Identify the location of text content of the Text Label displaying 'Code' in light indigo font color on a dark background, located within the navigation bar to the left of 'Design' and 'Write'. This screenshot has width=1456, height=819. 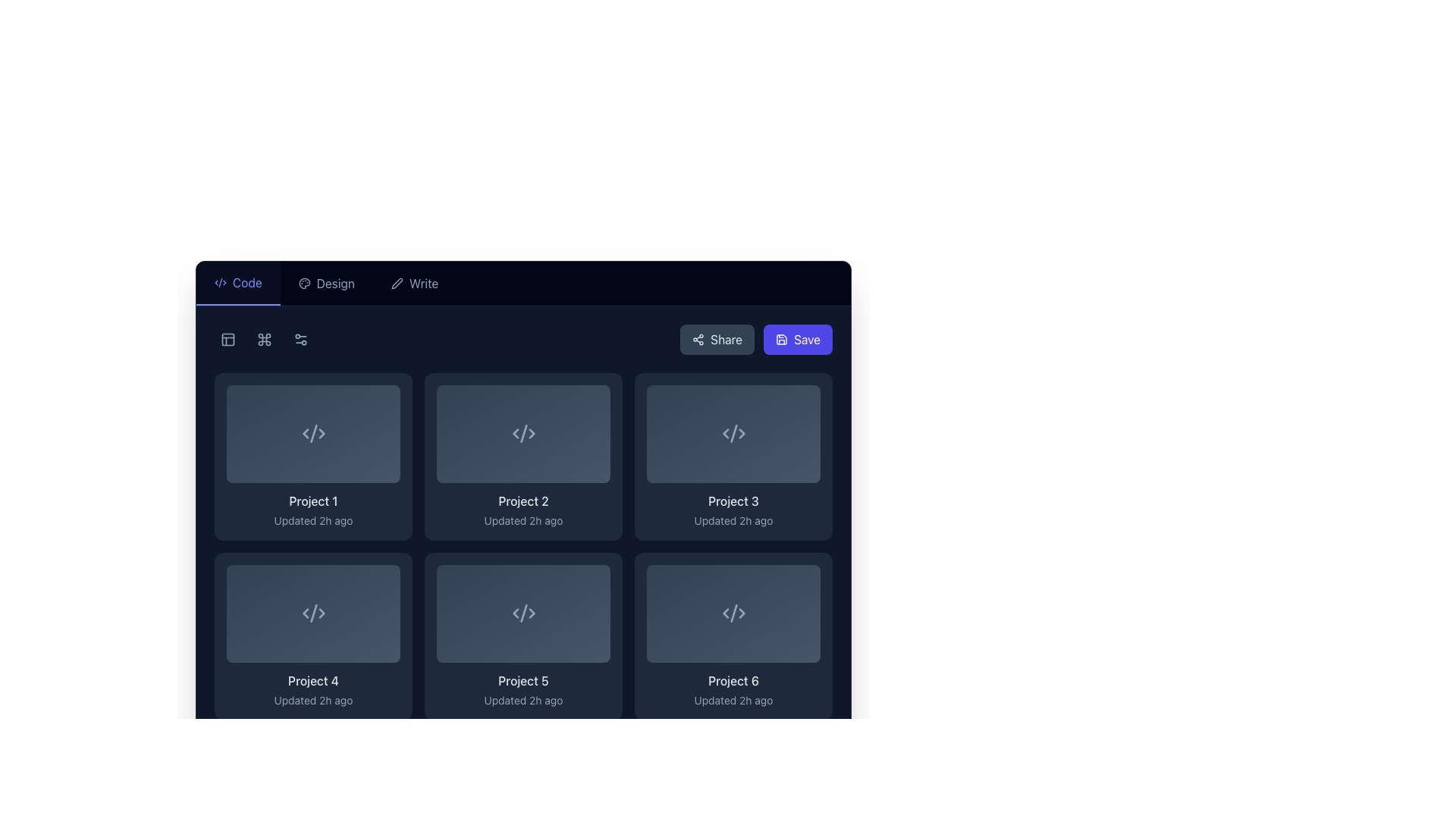
(247, 283).